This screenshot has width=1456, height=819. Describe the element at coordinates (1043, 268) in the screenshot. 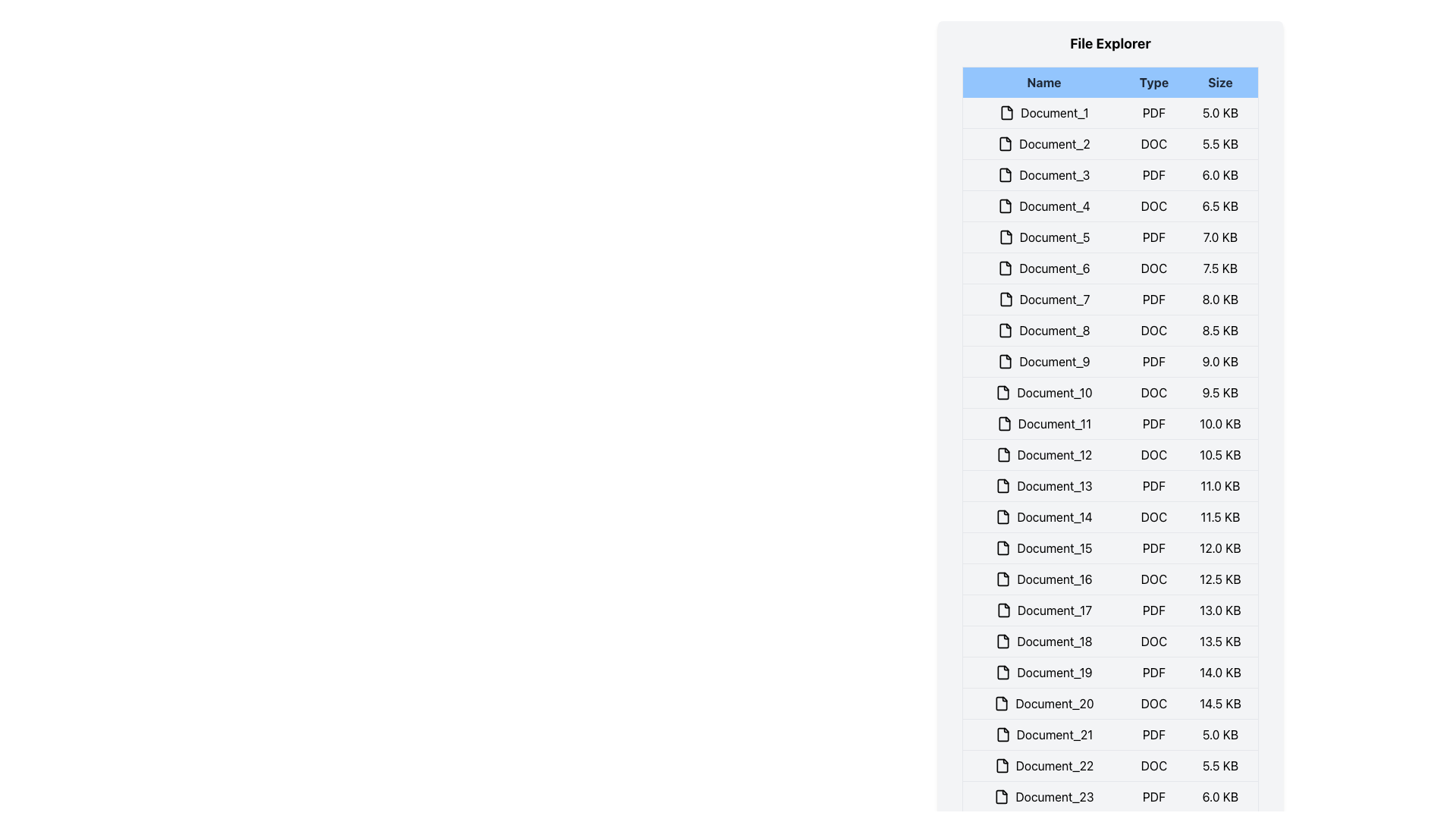

I see `the text label 'Document_6' in the file explorer` at that location.